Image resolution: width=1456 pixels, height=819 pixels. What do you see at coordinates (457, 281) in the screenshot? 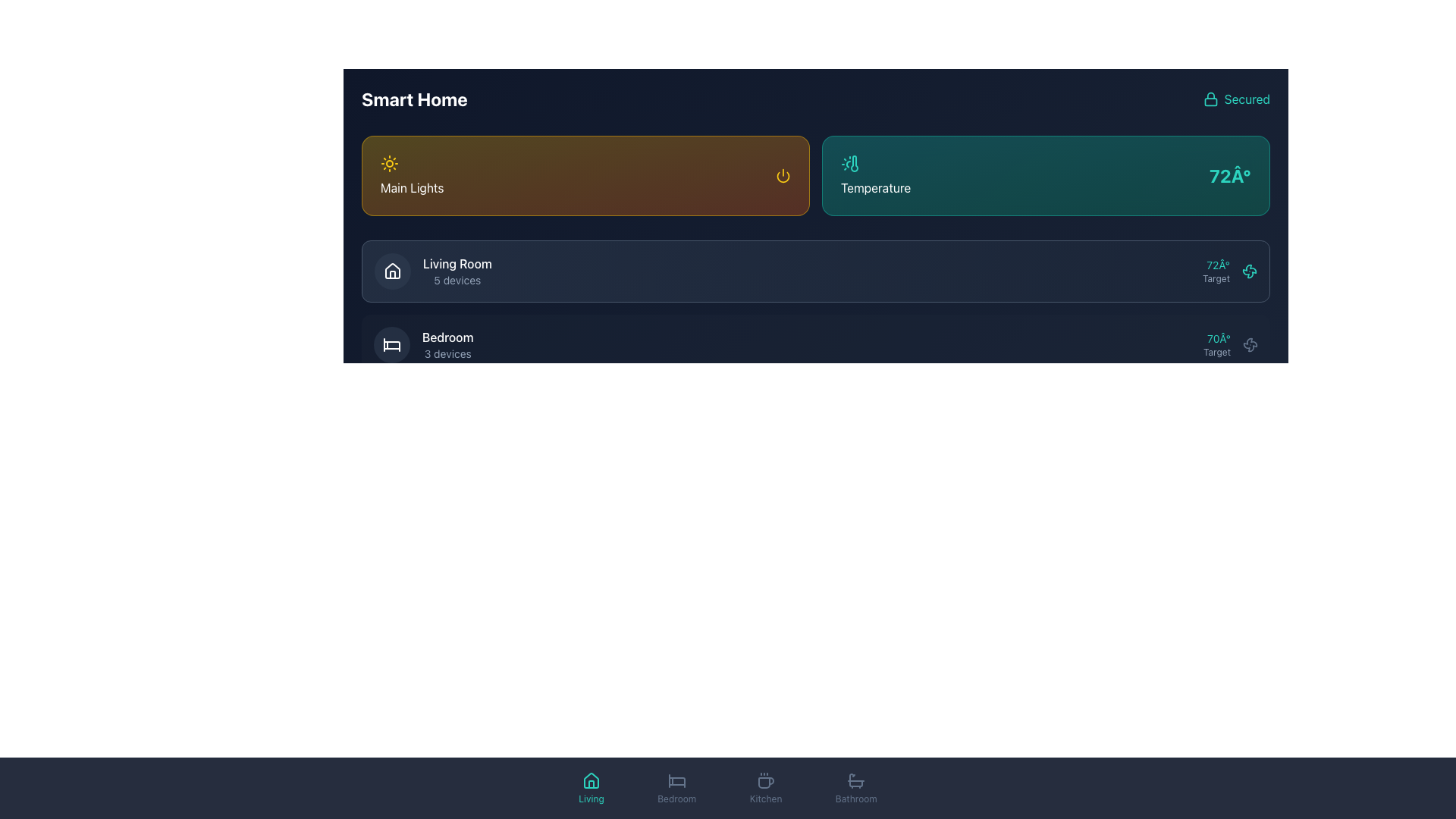
I see `the label indicating the number of devices associated with the 'Living Room'` at bounding box center [457, 281].